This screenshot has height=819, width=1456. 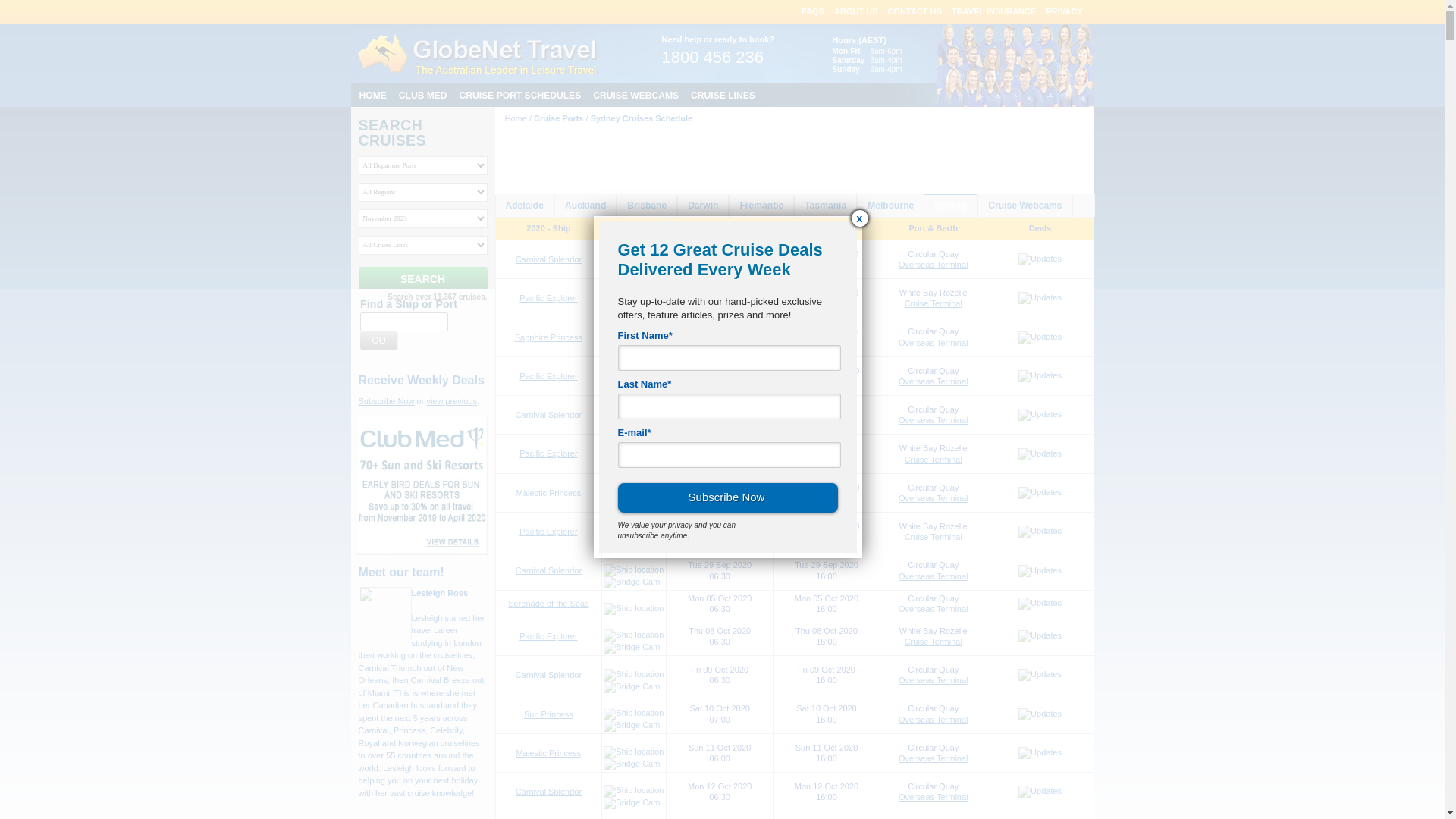 What do you see at coordinates (425, 400) in the screenshot?
I see `'view previous'` at bounding box center [425, 400].